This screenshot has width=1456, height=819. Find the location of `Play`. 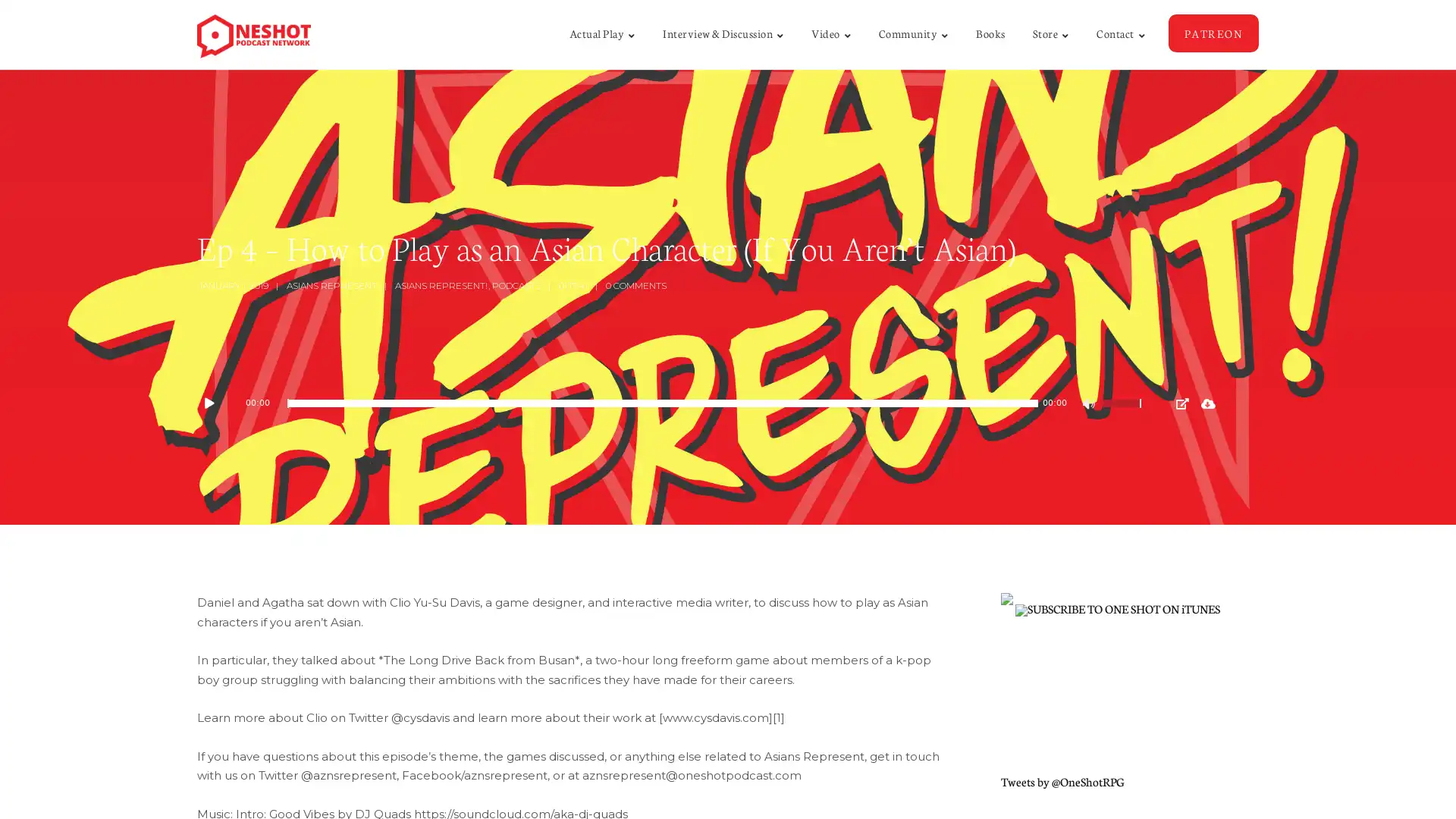

Play is located at coordinates (216, 403).